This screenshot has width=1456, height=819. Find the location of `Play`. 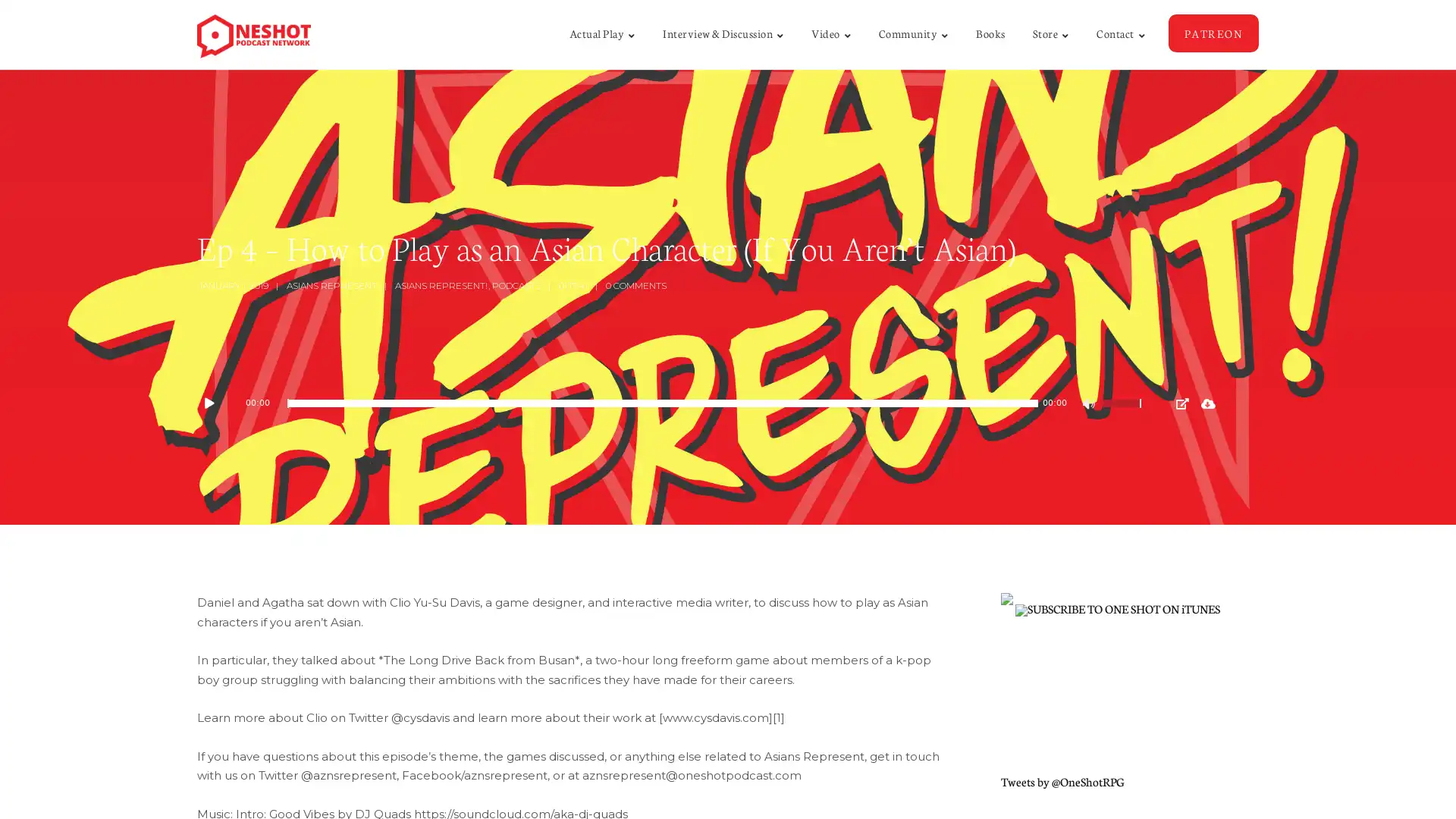

Play is located at coordinates (216, 403).